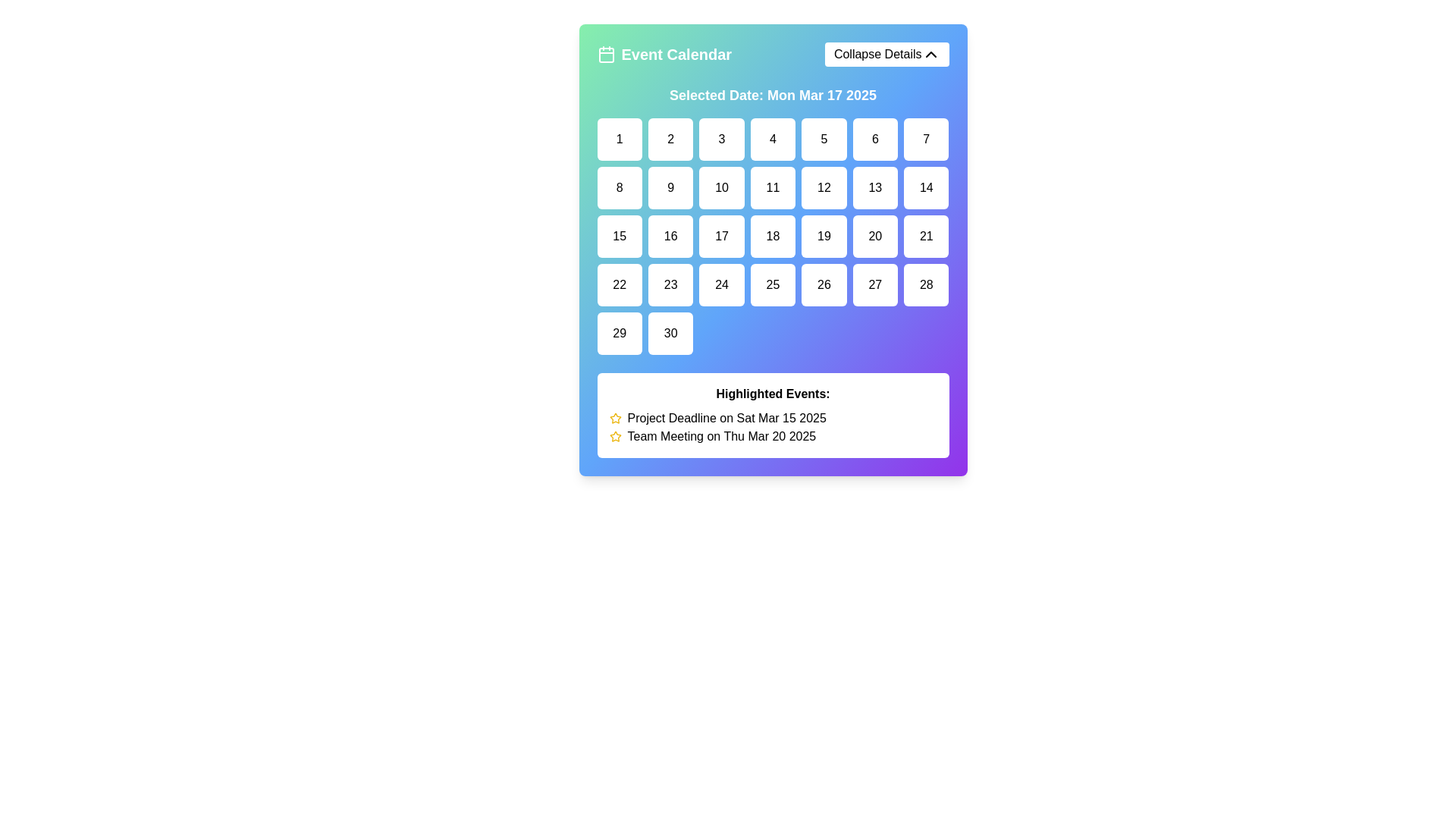 The image size is (1456, 819). Describe the element at coordinates (721, 140) in the screenshot. I see `the square button with rounded corners displaying the numeral '3' to observe its hover effect` at that location.